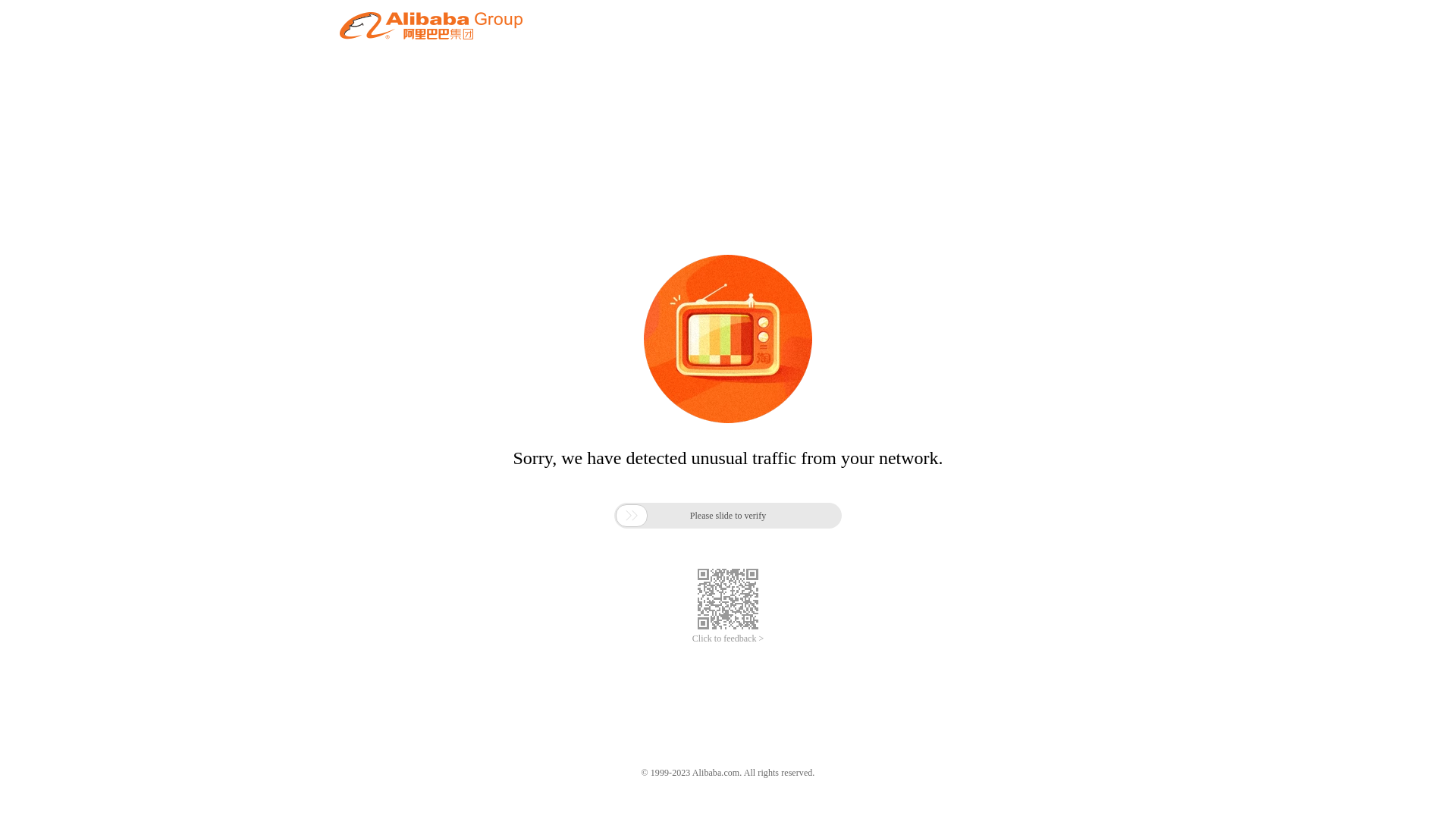 The height and width of the screenshot is (819, 1456). Describe the element at coordinates (728, 639) in the screenshot. I see `'Click to feedback >'` at that location.